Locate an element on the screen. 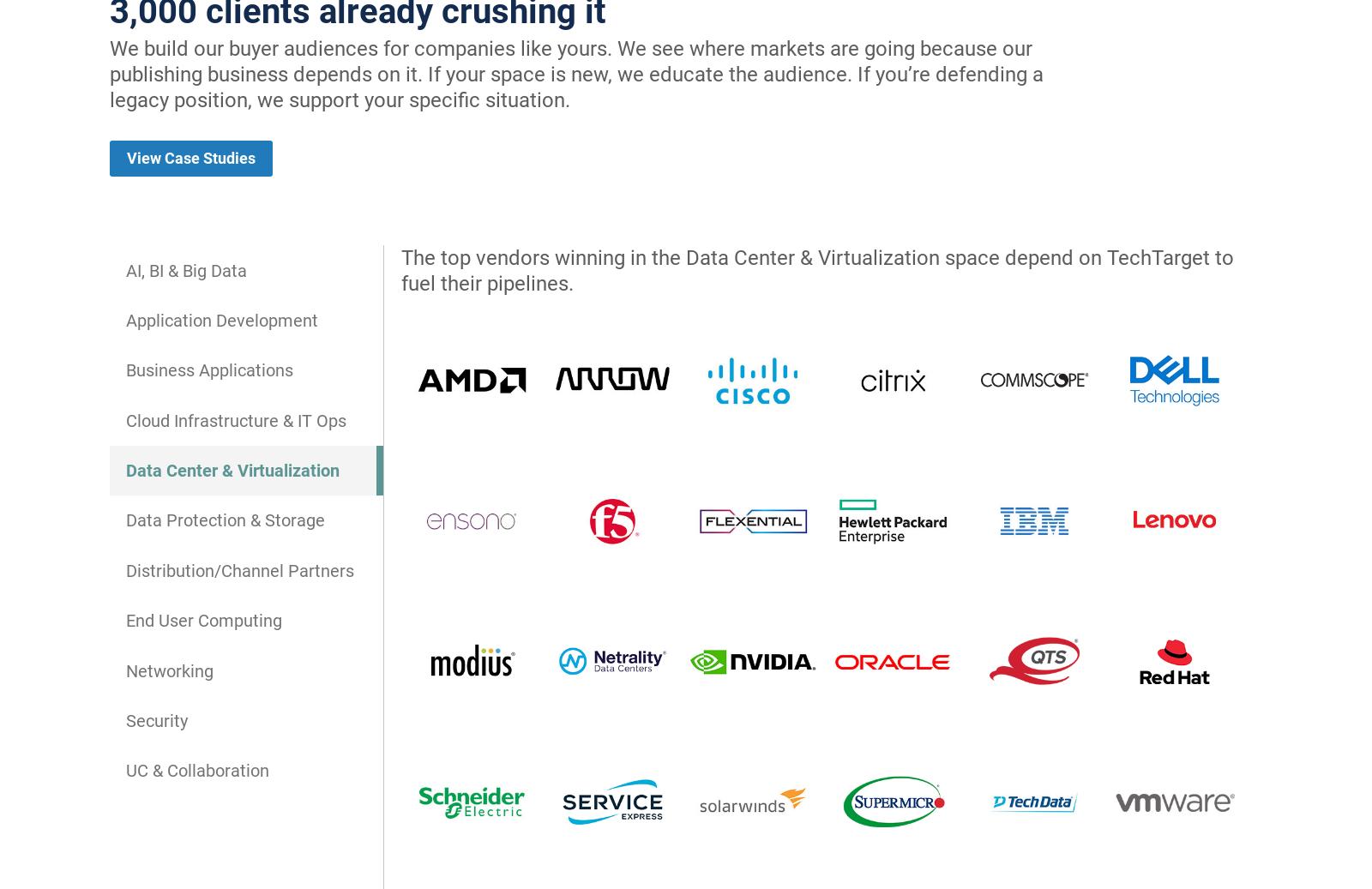  'Business Applications' is located at coordinates (125, 369).